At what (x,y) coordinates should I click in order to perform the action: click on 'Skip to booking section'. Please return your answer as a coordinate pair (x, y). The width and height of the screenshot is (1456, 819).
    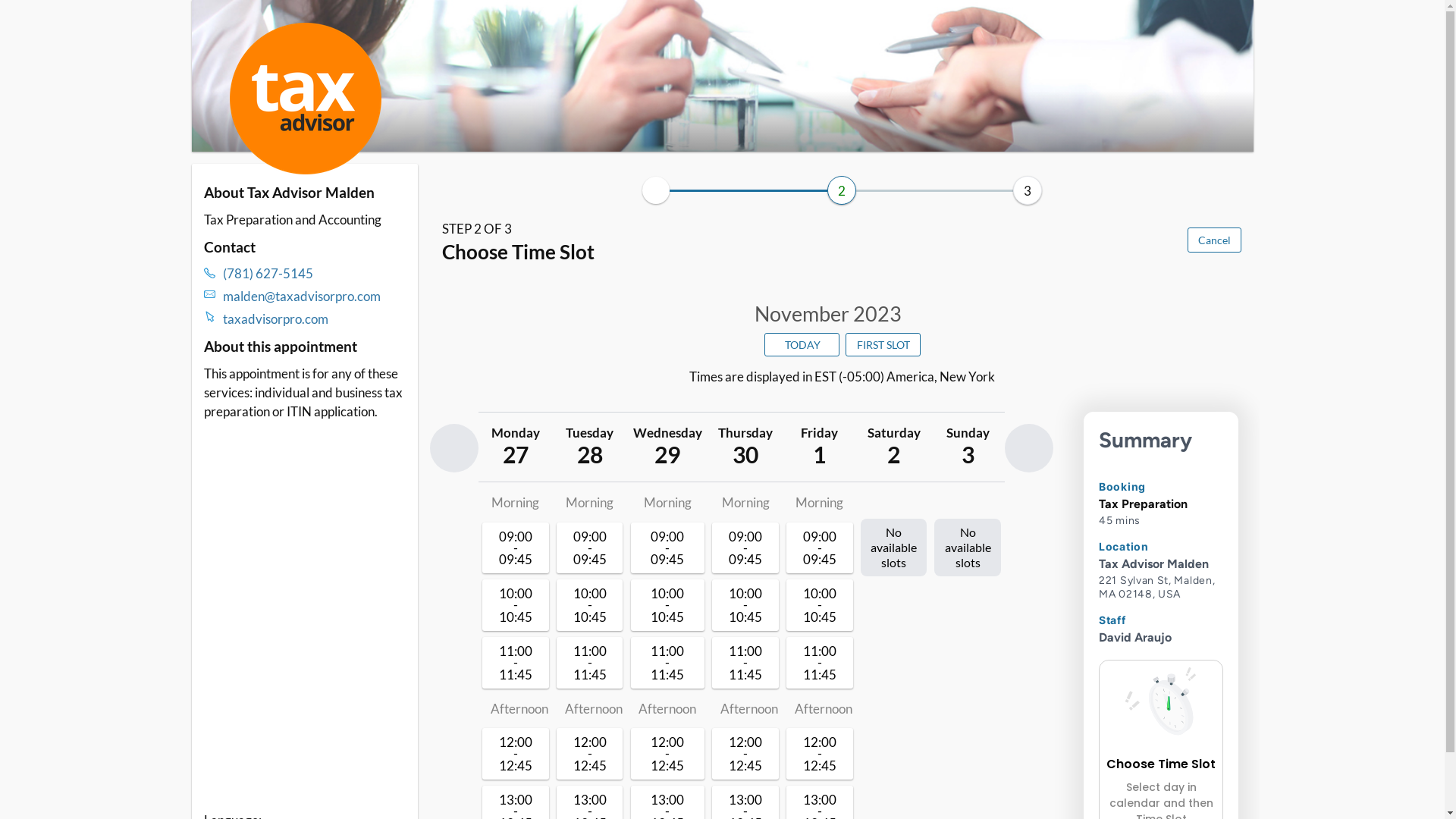
    Looking at the image, I should click on (280, 24).